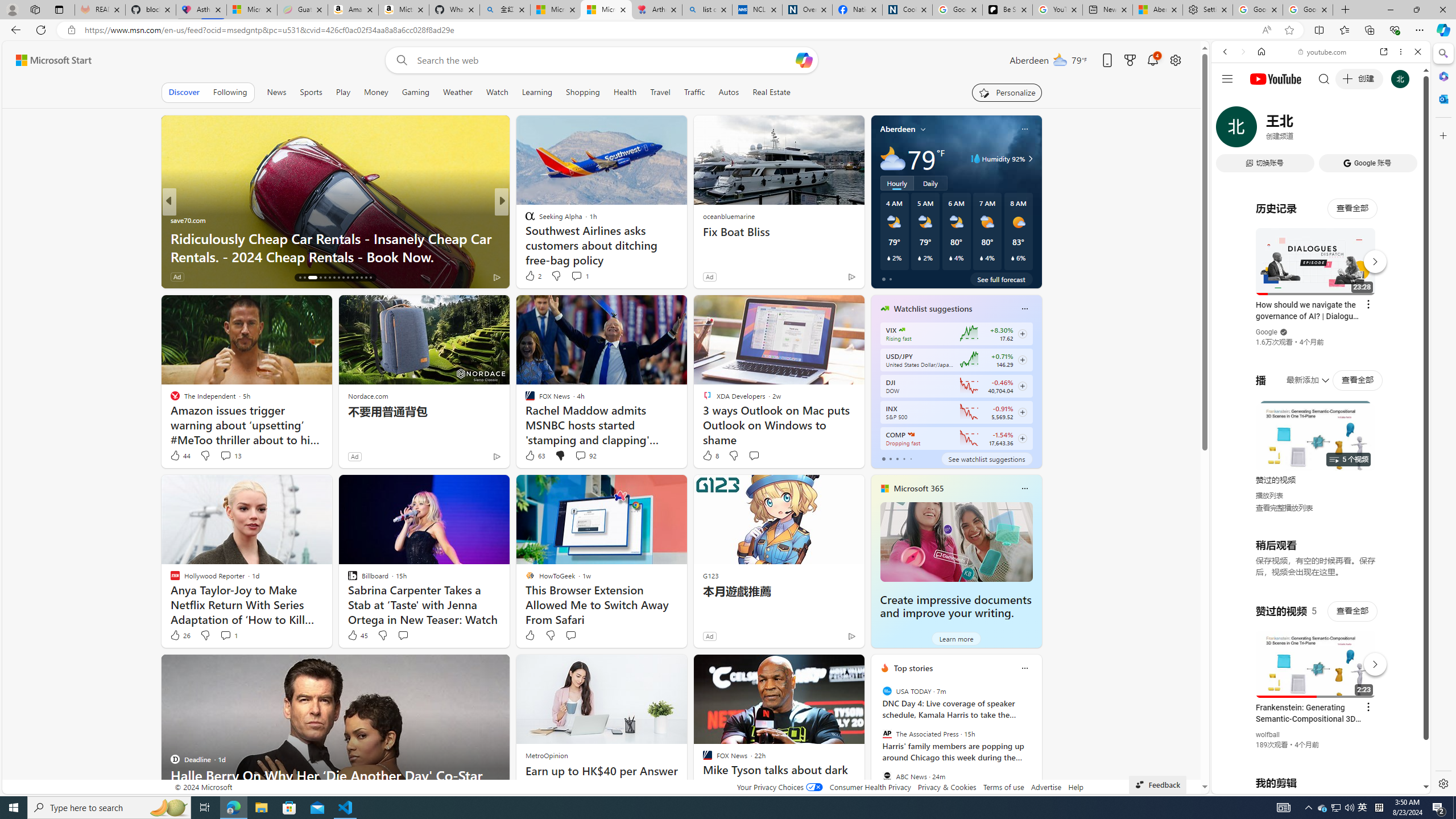 This screenshot has width=1456, height=819. What do you see at coordinates (1175, 60) in the screenshot?
I see `'Open settings'` at bounding box center [1175, 60].